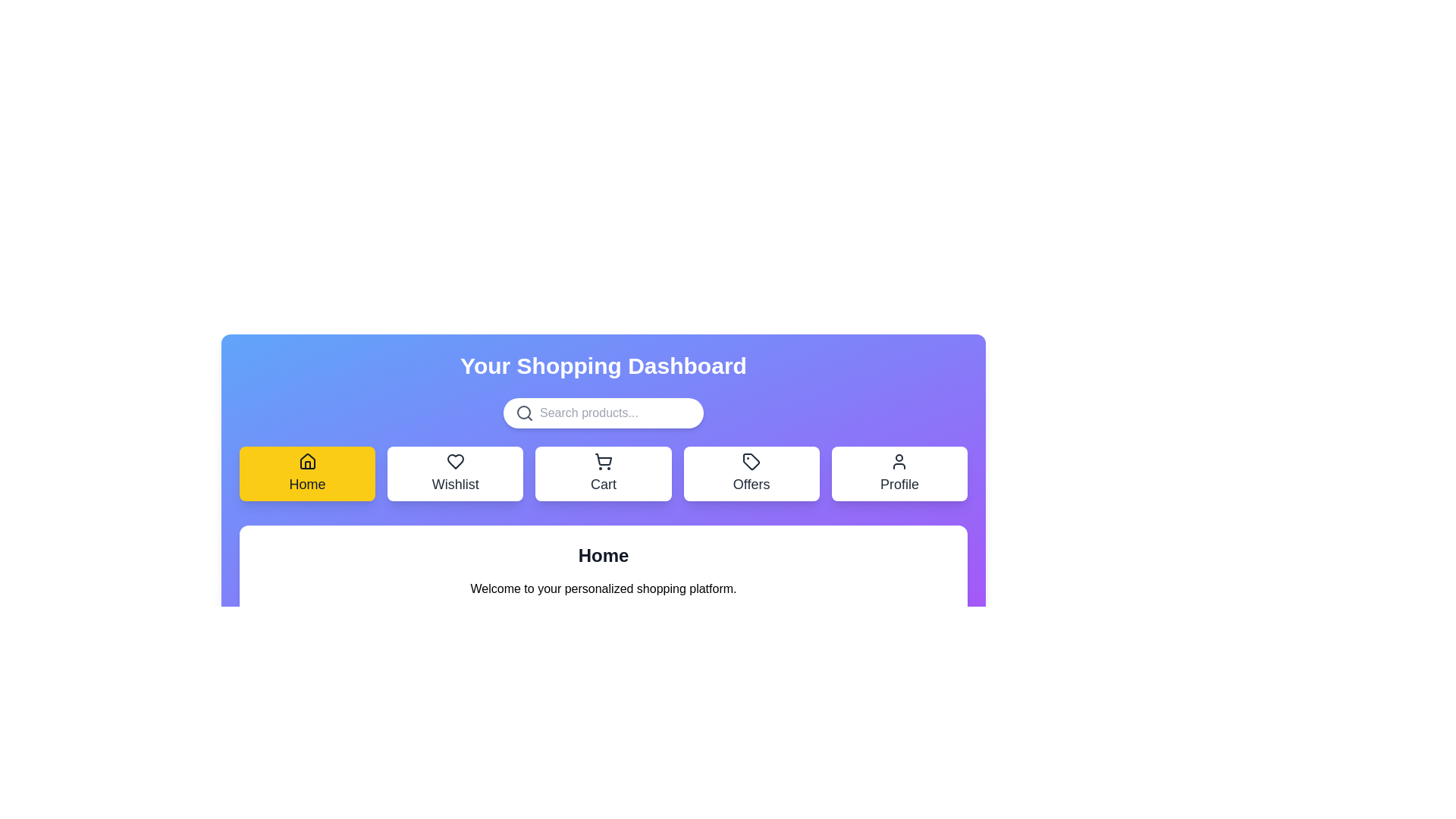  Describe the element at coordinates (752, 461) in the screenshot. I see `the tag icon located within the 'Offers' button in the navigation bar, which is outlined with a thin stroke and has a rounded shape` at that location.